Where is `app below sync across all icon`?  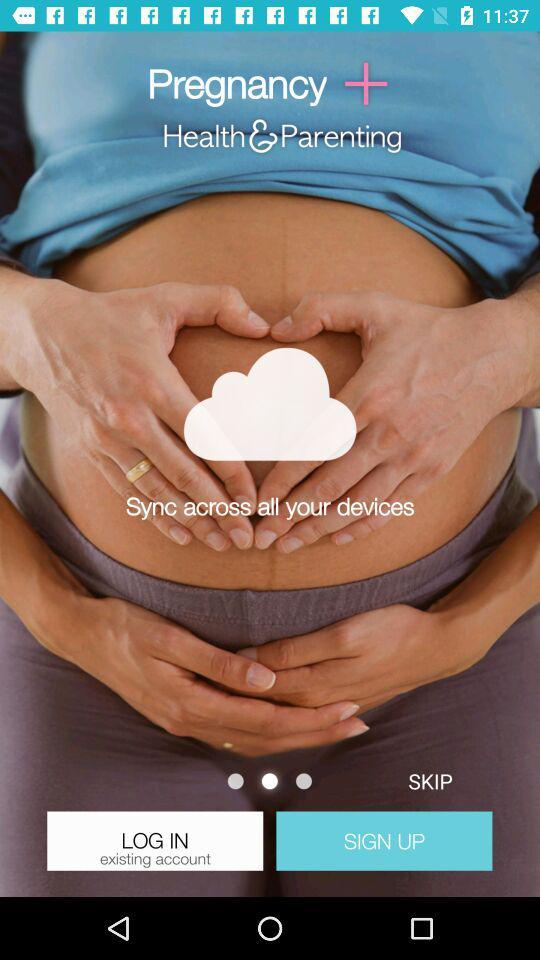 app below sync across all icon is located at coordinates (429, 781).